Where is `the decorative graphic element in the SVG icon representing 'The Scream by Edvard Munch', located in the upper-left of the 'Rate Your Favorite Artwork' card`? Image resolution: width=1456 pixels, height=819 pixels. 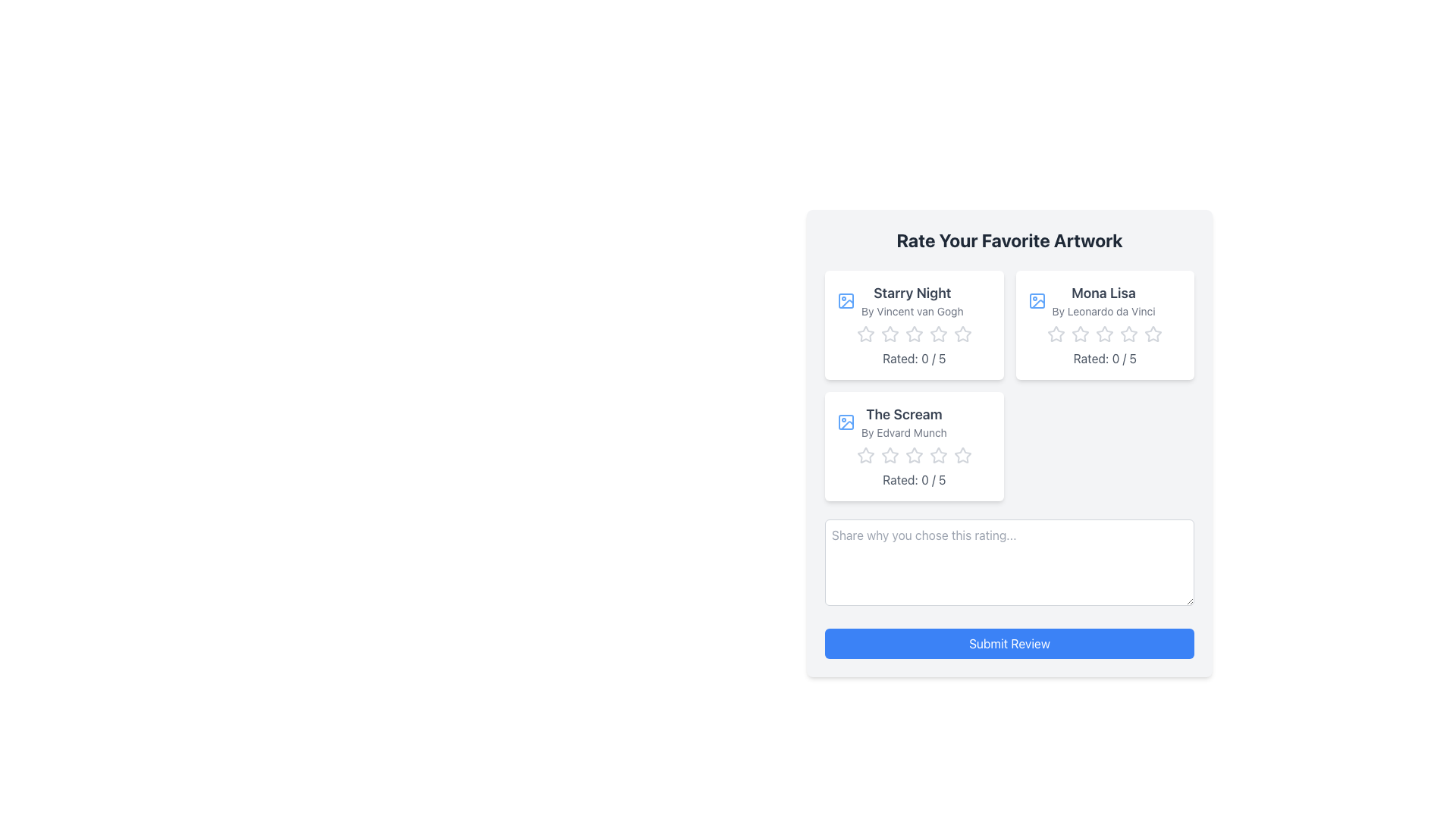 the decorative graphic element in the SVG icon representing 'The Scream by Edvard Munch', located in the upper-left of the 'Rate Your Favorite Artwork' card is located at coordinates (846, 304).